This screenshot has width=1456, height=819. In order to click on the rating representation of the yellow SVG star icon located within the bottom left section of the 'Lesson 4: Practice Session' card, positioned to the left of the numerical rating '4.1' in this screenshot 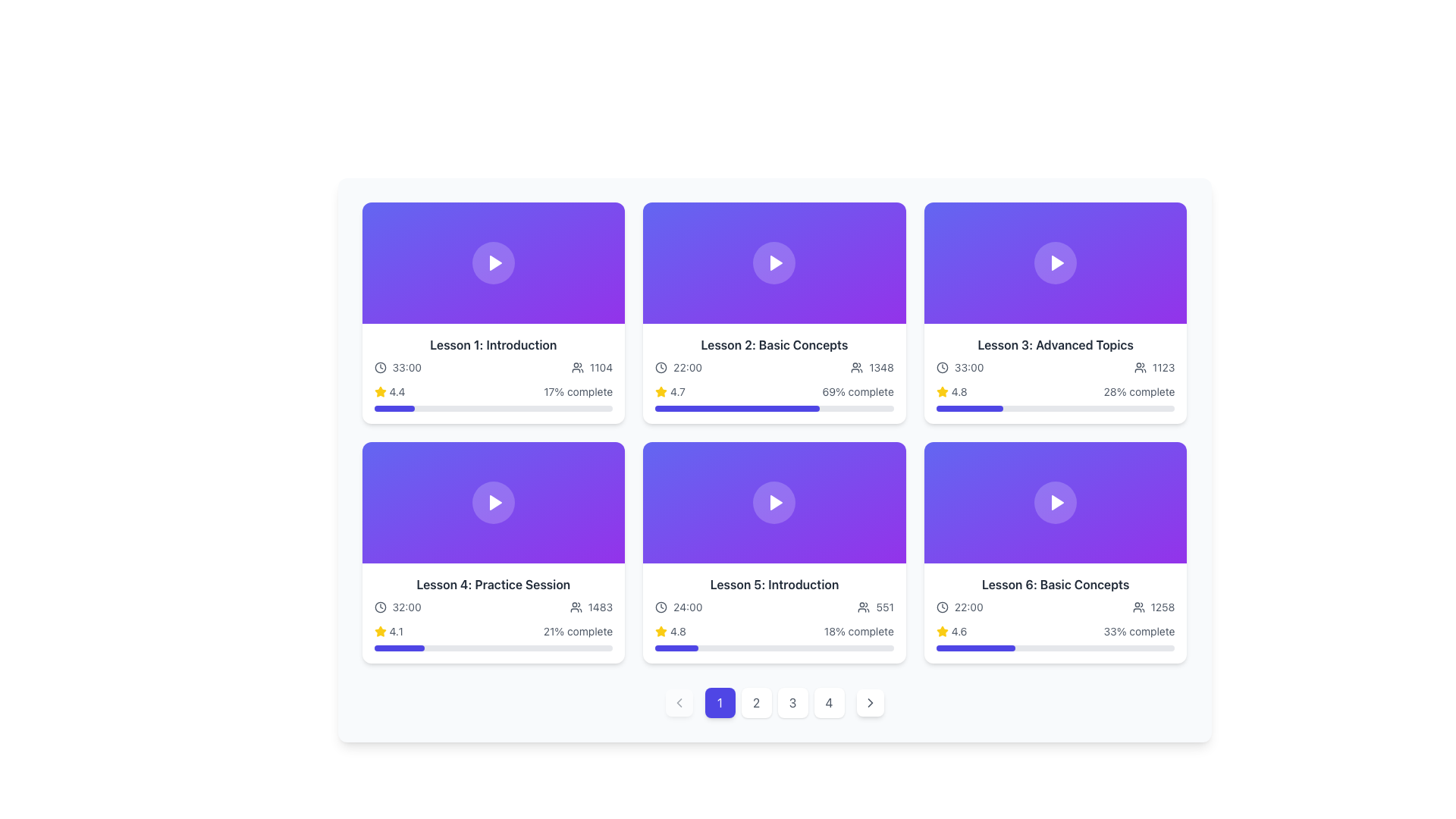, I will do `click(380, 632)`.